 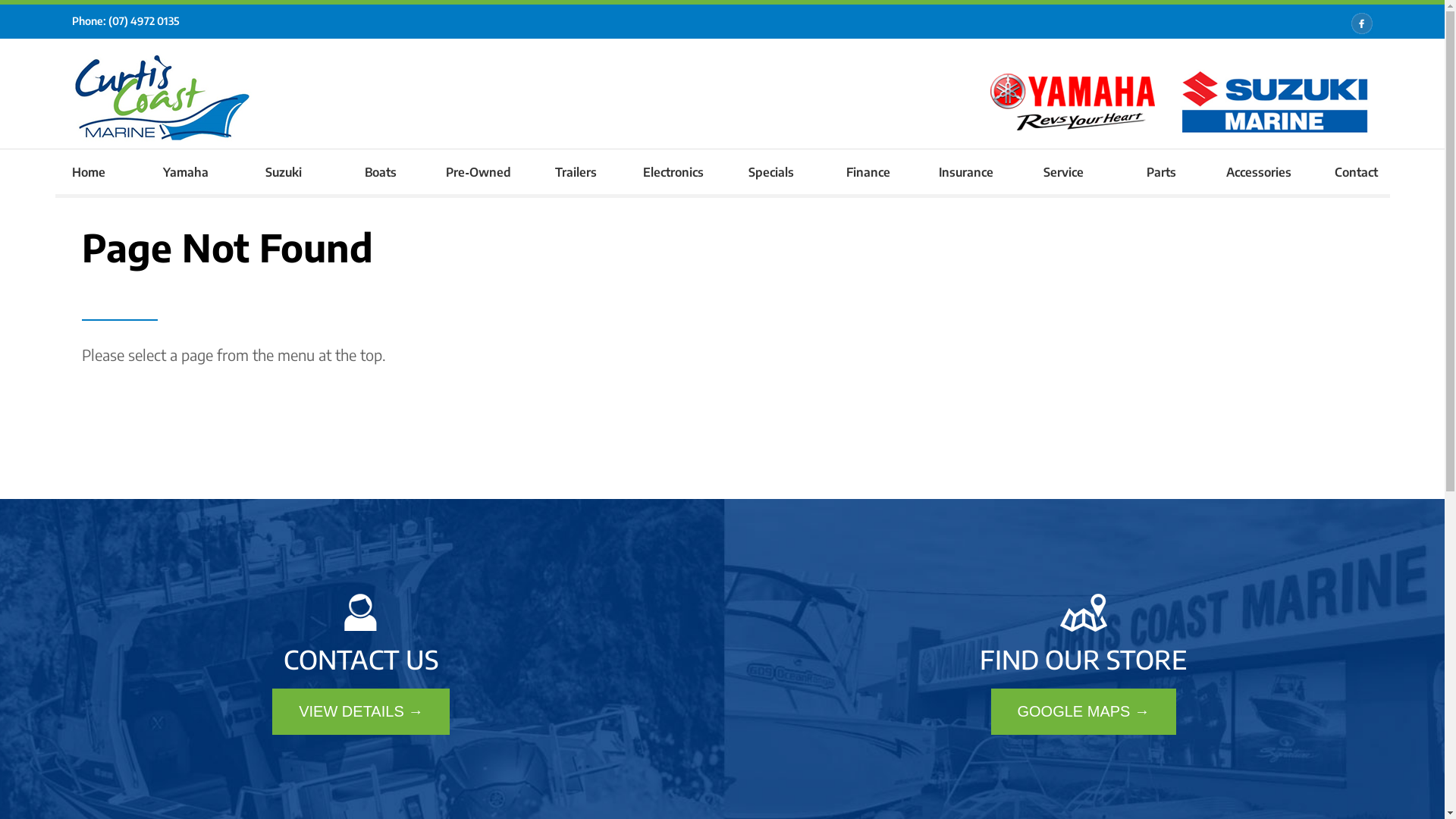 What do you see at coordinates (868, 171) in the screenshot?
I see `'Finance'` at bounding box center [868, 171].